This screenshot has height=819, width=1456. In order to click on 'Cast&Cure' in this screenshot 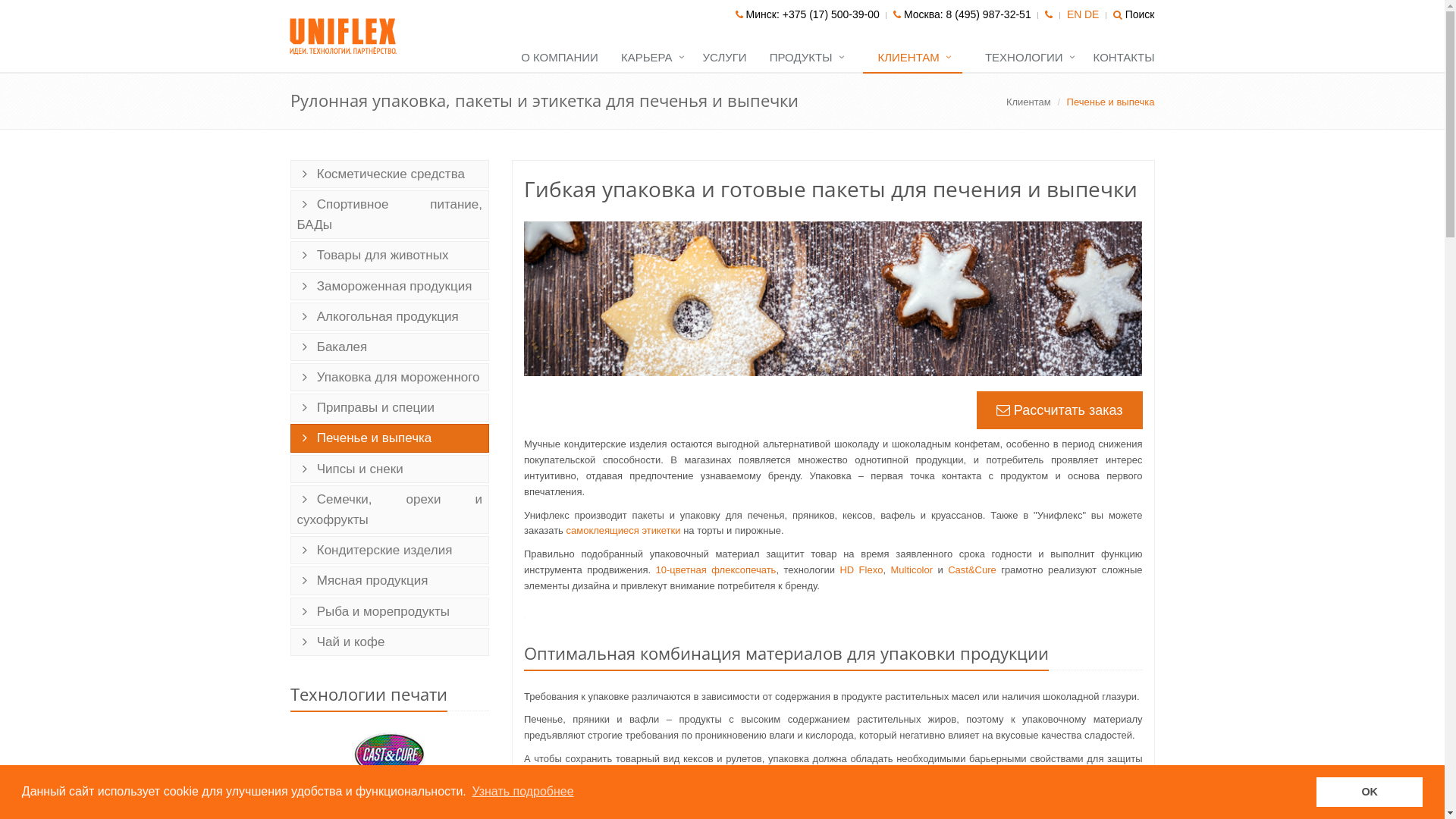, I will do `click(971, 570)`.